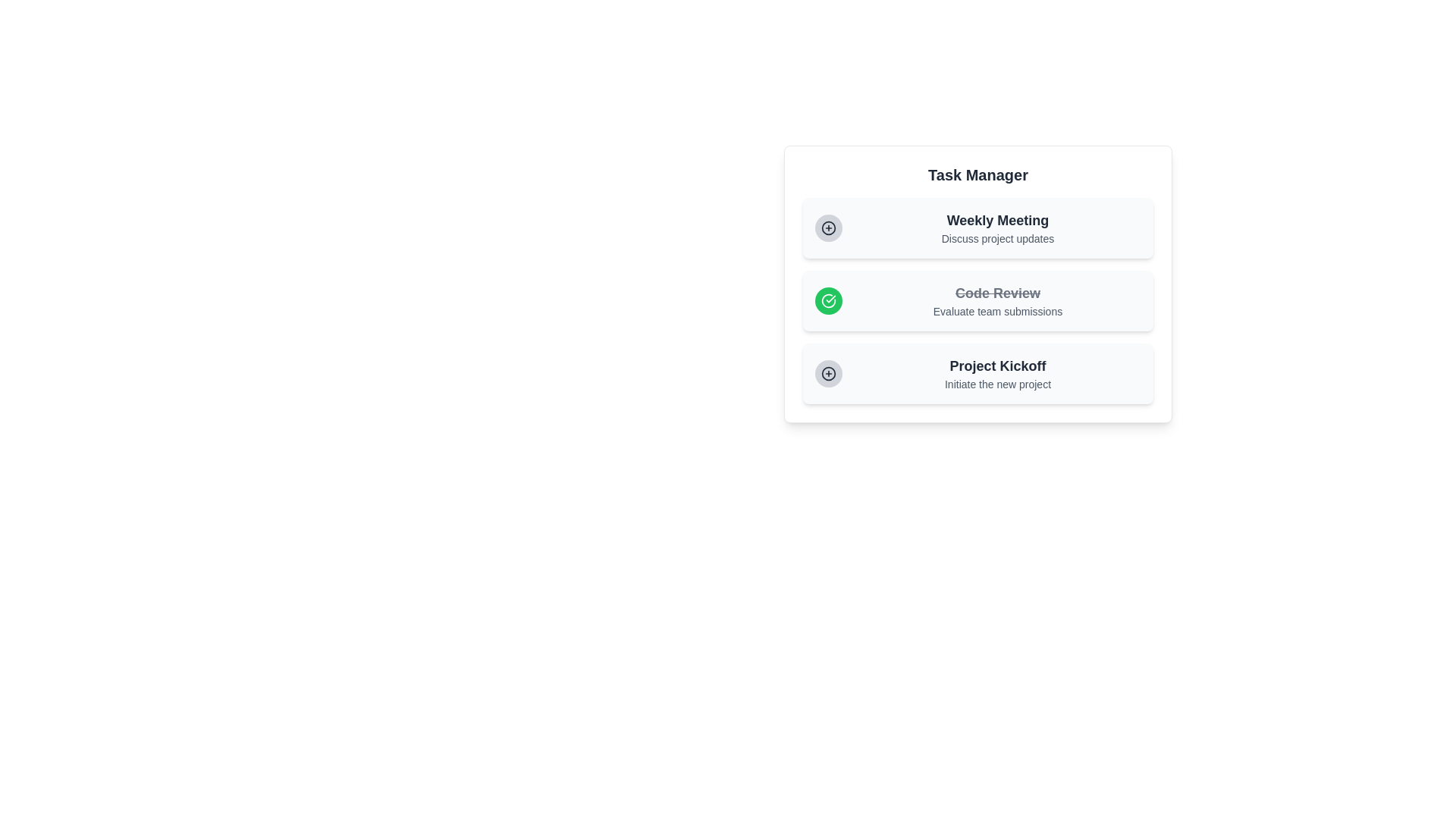  Describe the element at coordinates (997, 220) in the screenshot. I see `the bold-text title 'Weekly Meeting' by interacting with it for further actions` at that location.